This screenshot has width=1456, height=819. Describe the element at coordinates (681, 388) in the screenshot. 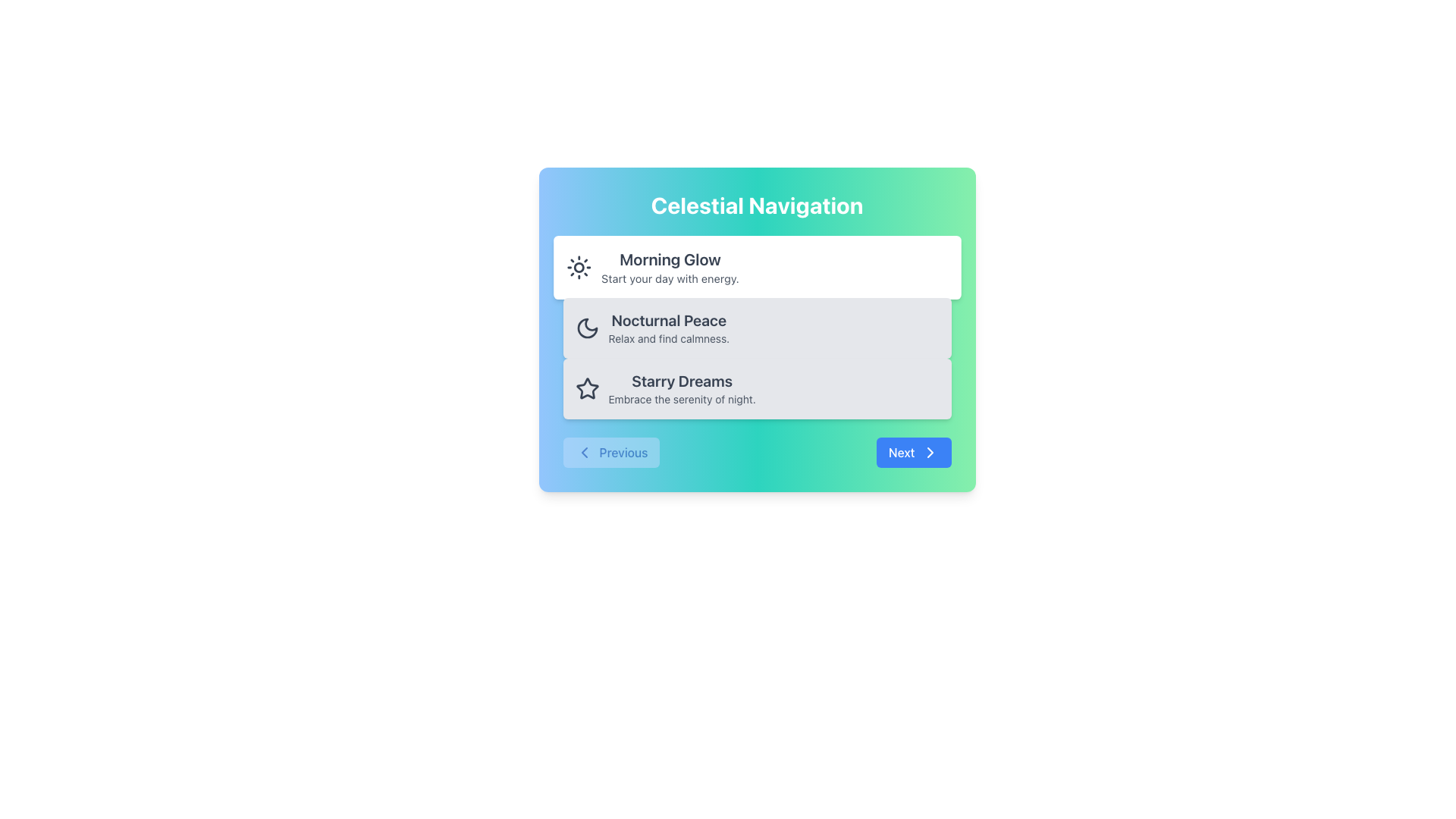

I see `the card titled 'Starry Dreams' located as the third item in the list under 'Celestial Navigation'` at that location.